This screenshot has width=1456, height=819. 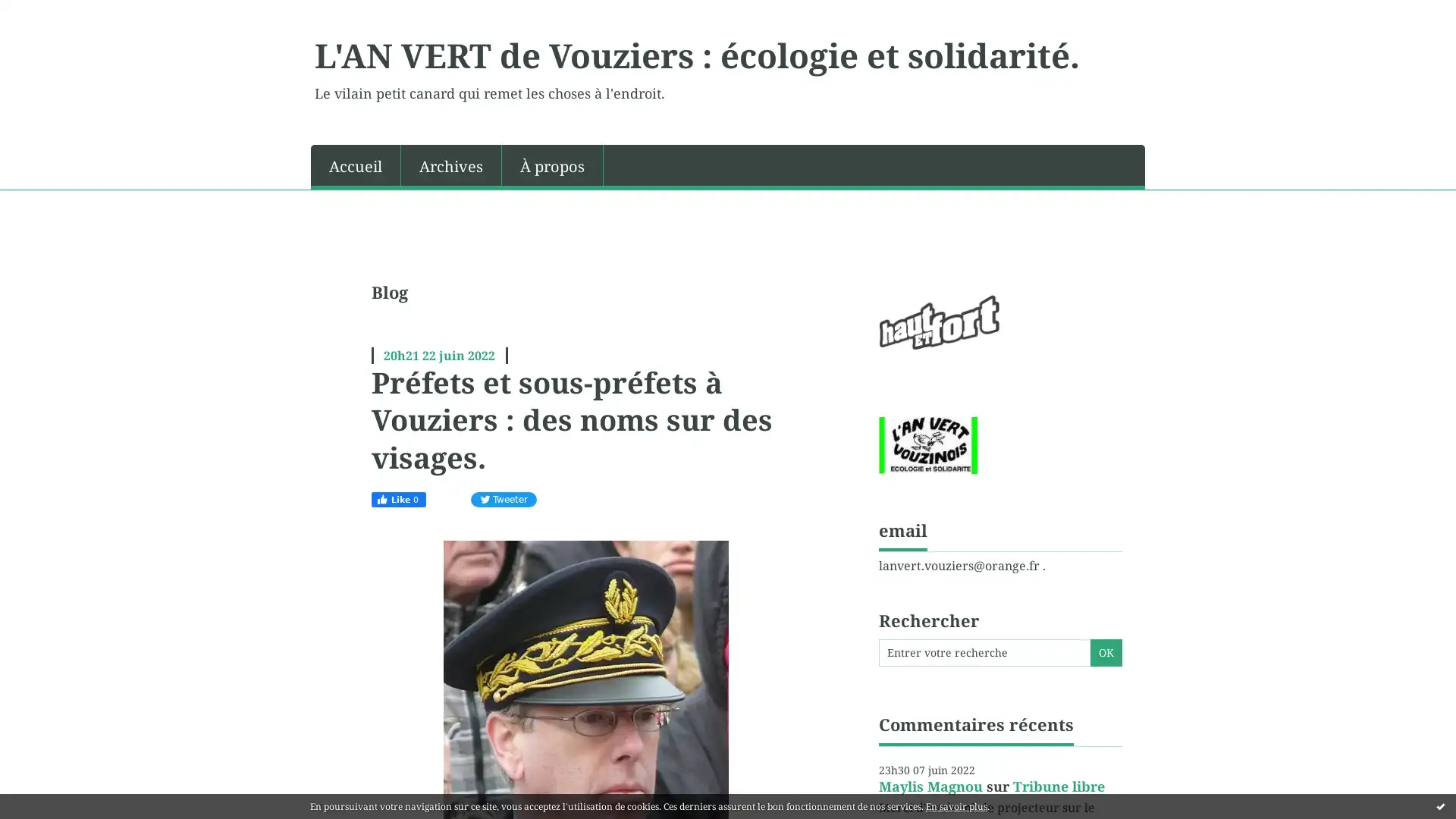 What do you see at coordinates (1106, 651) in the screenshot?
I see `OK` at bounding box center [1106, 651].